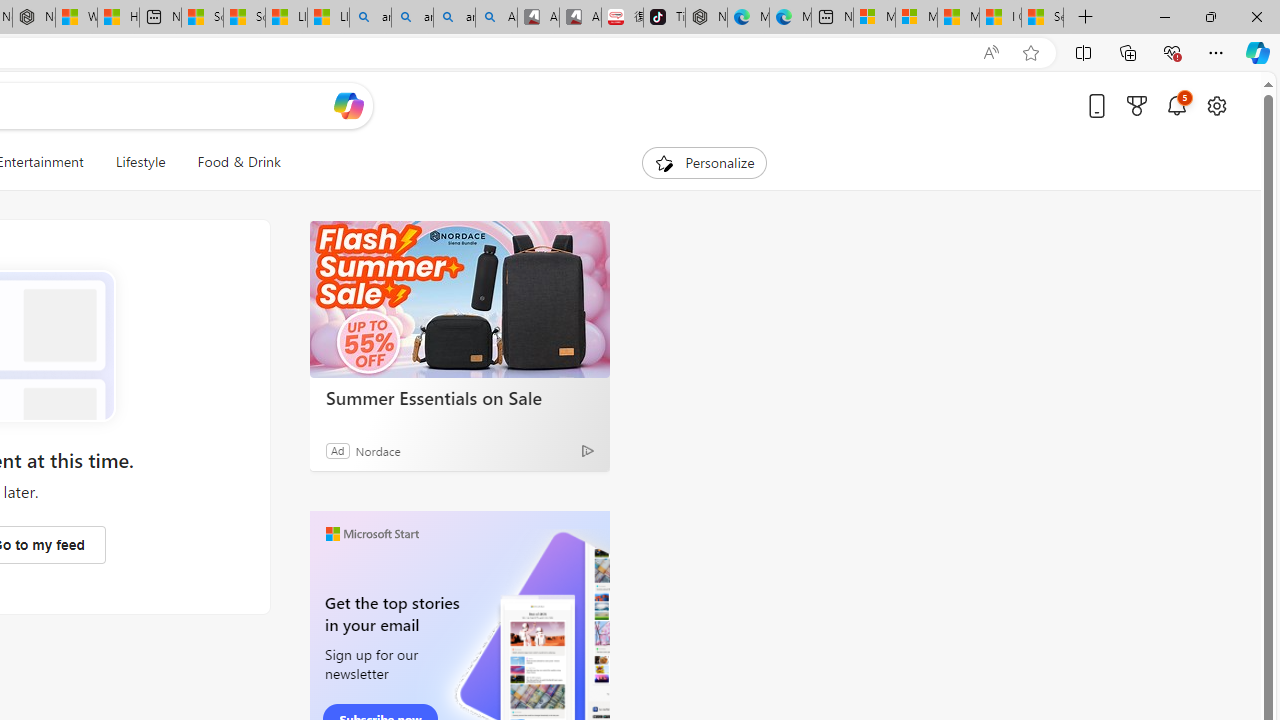  Describe the element at coordinates (459, 299) in the screenshot. I see `'Summer Essentials on Sale'` at that location.